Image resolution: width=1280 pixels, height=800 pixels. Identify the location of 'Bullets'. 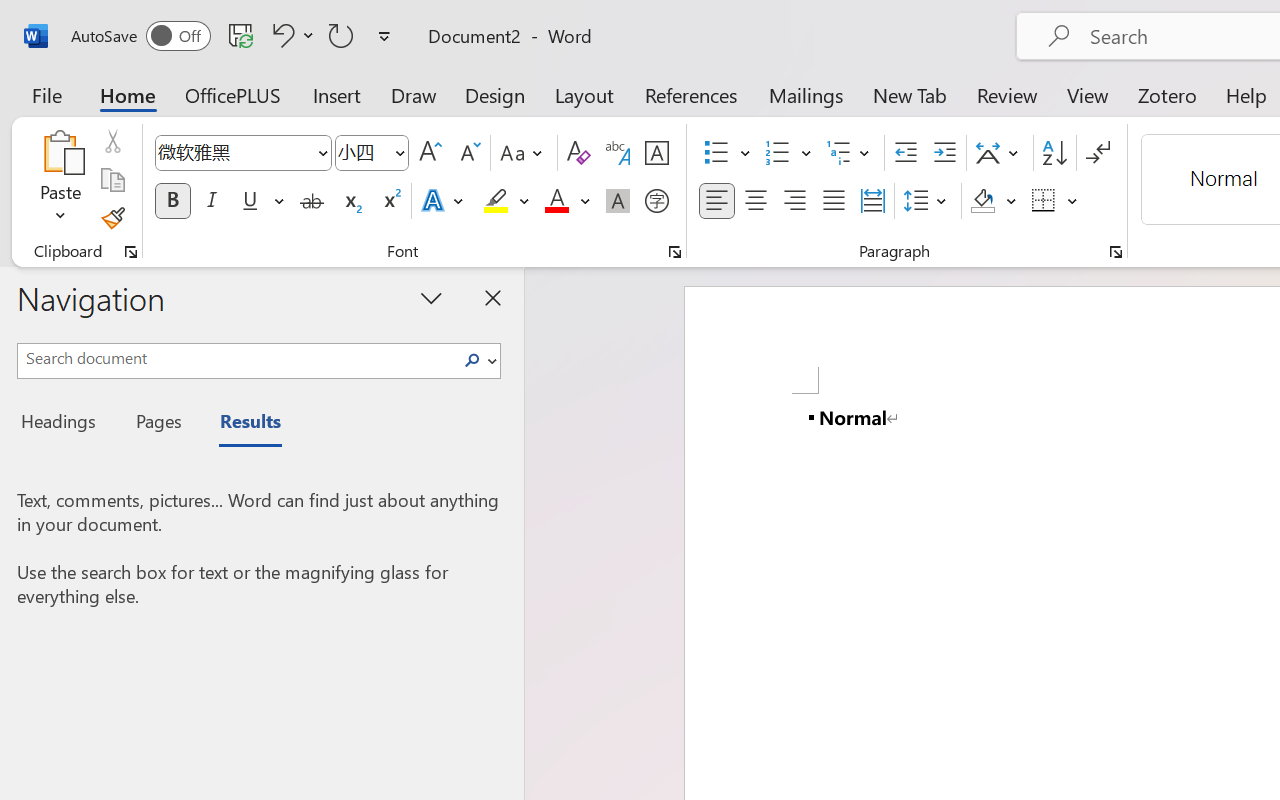
(726, 153).